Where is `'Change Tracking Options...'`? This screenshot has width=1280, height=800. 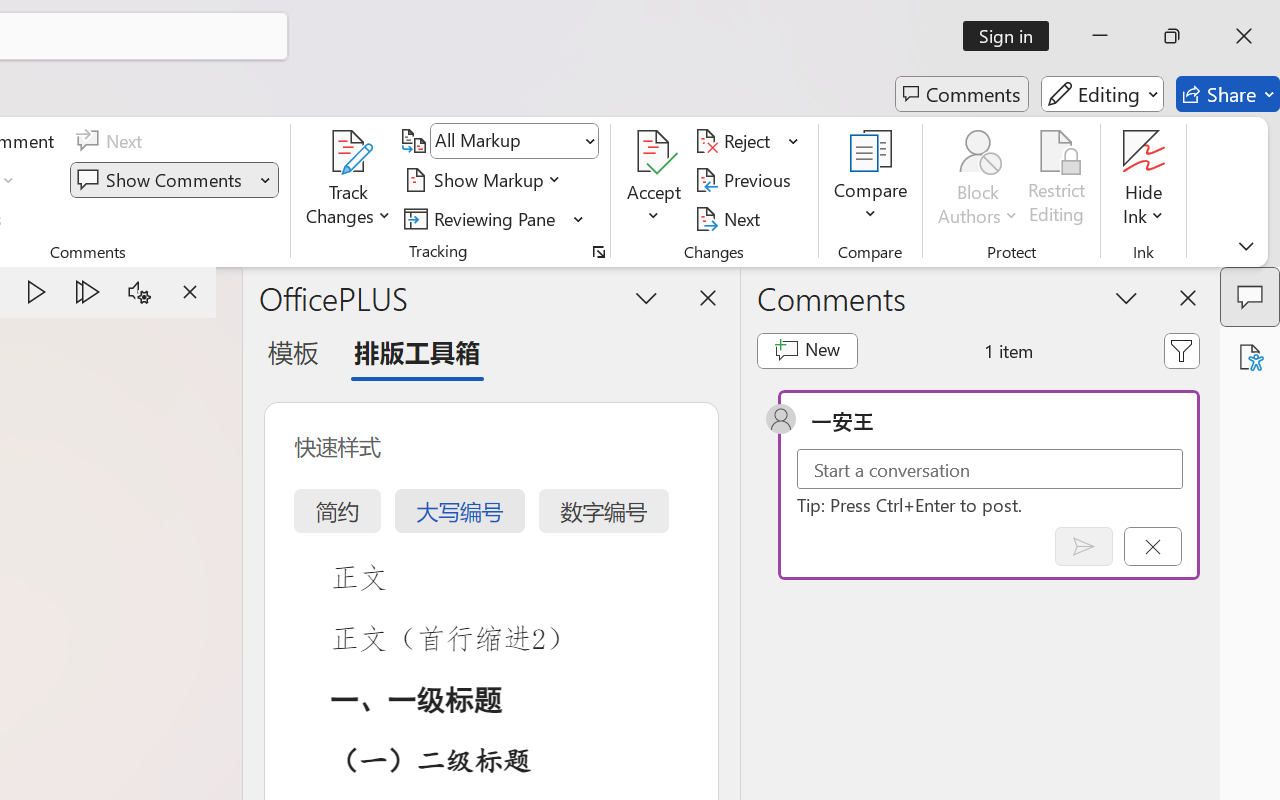
'Change Tracking Options...' is located at coordinates (598, 251).